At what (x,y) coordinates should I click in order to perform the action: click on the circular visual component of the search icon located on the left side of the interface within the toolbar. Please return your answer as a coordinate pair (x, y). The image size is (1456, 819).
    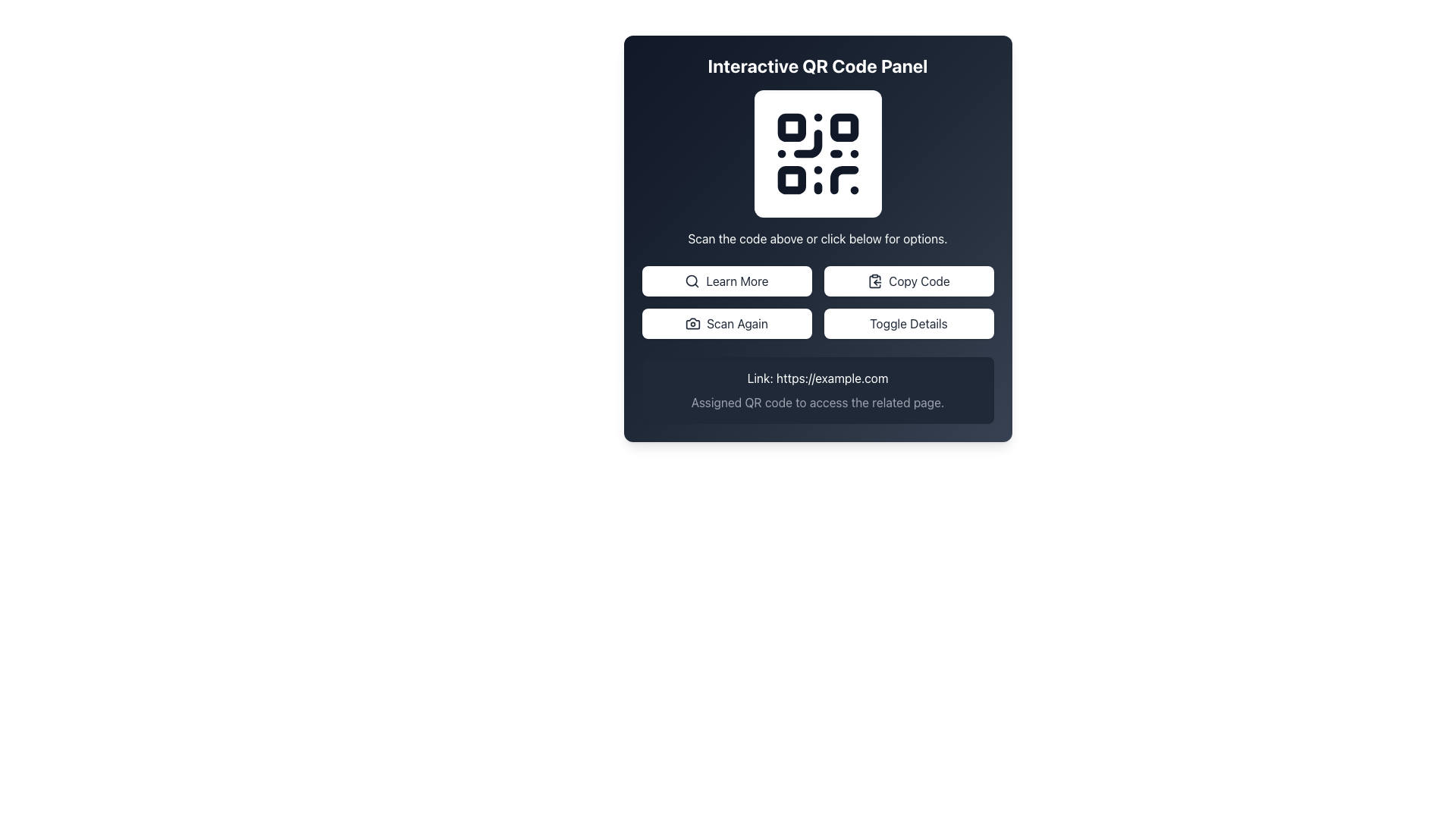
    Looking at the image, I should click on (691, 281).